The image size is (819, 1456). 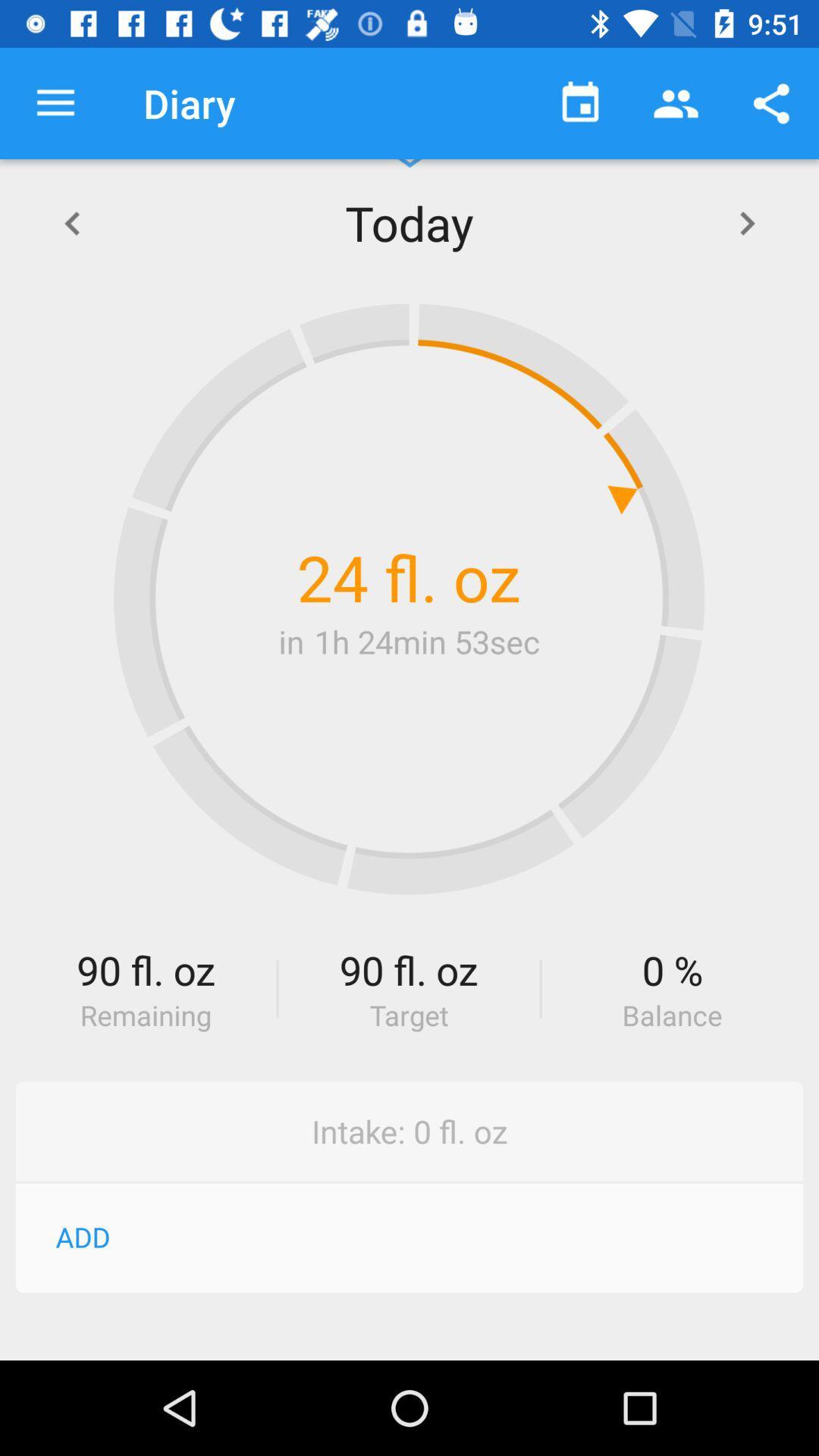 What do you see at coordinates (746, 221) in the screenshot?
I see `item next to today icon` at bounding box center [746, 221].